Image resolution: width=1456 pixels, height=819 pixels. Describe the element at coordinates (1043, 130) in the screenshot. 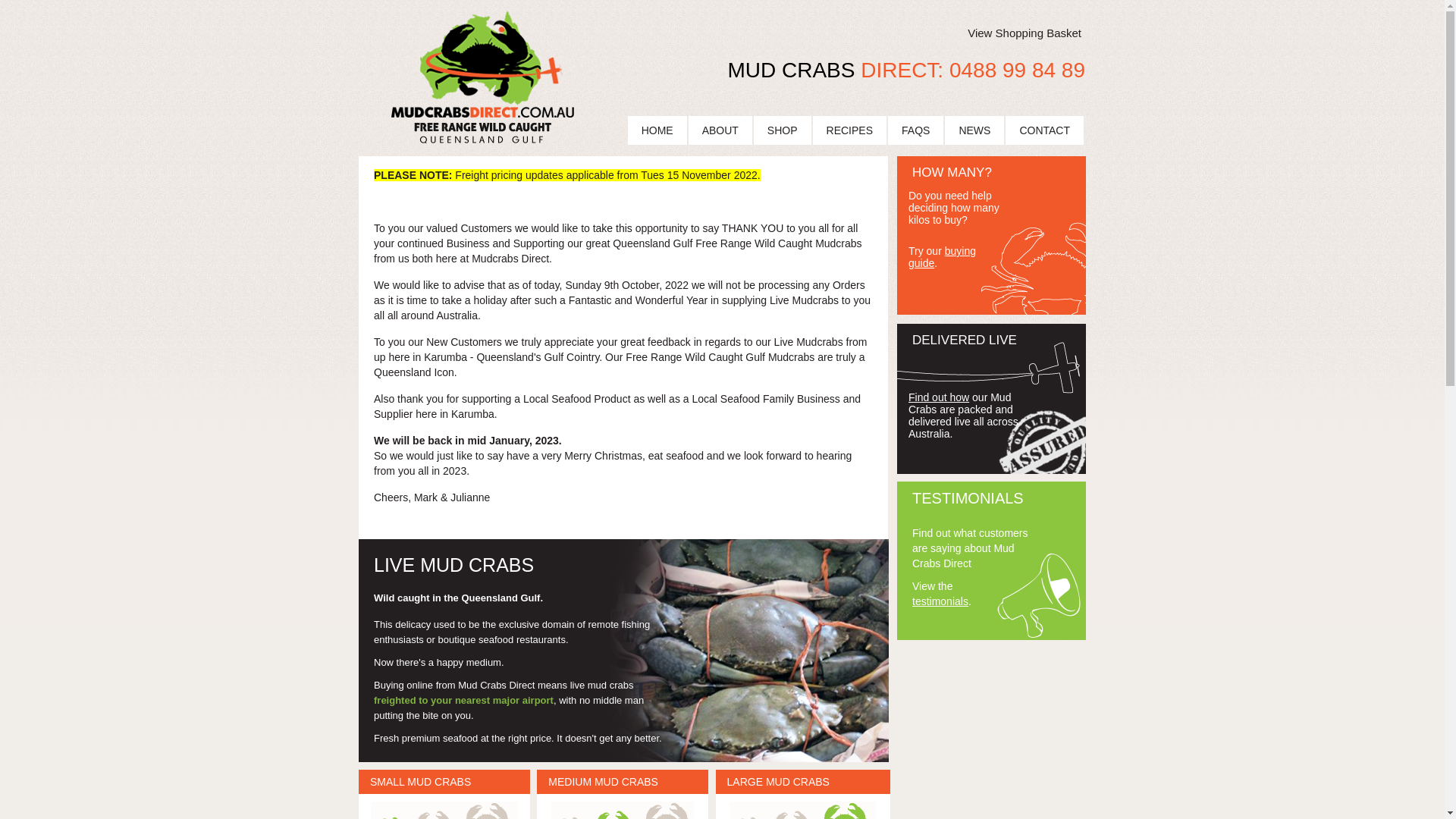

I see `'CONTACT'` at that location.